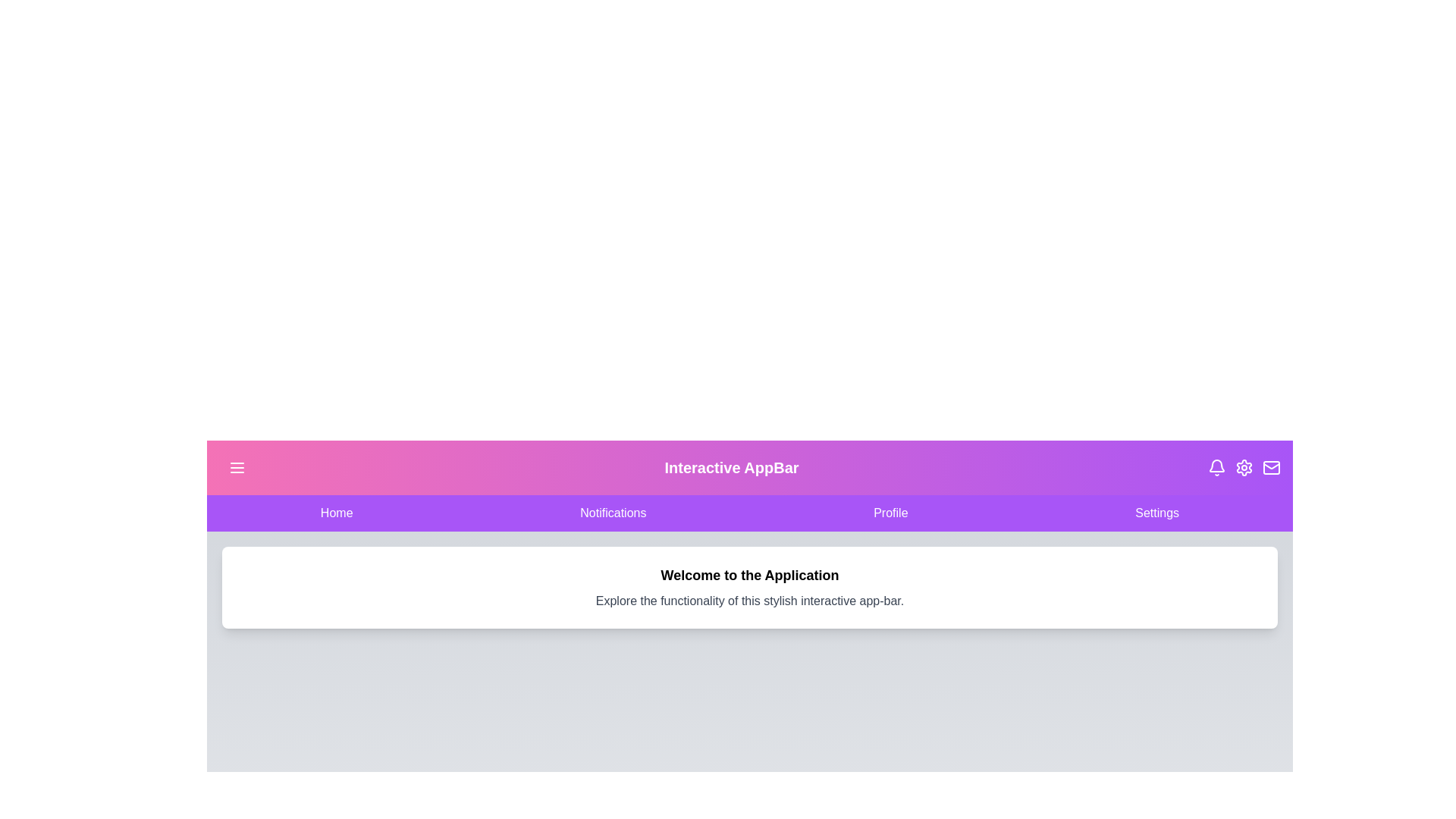  What do you see at coordinates (1156, 513) in the screenshot?
I see `the navigation item Settings to observe the hover effect` at bounding box center [1156, 513].